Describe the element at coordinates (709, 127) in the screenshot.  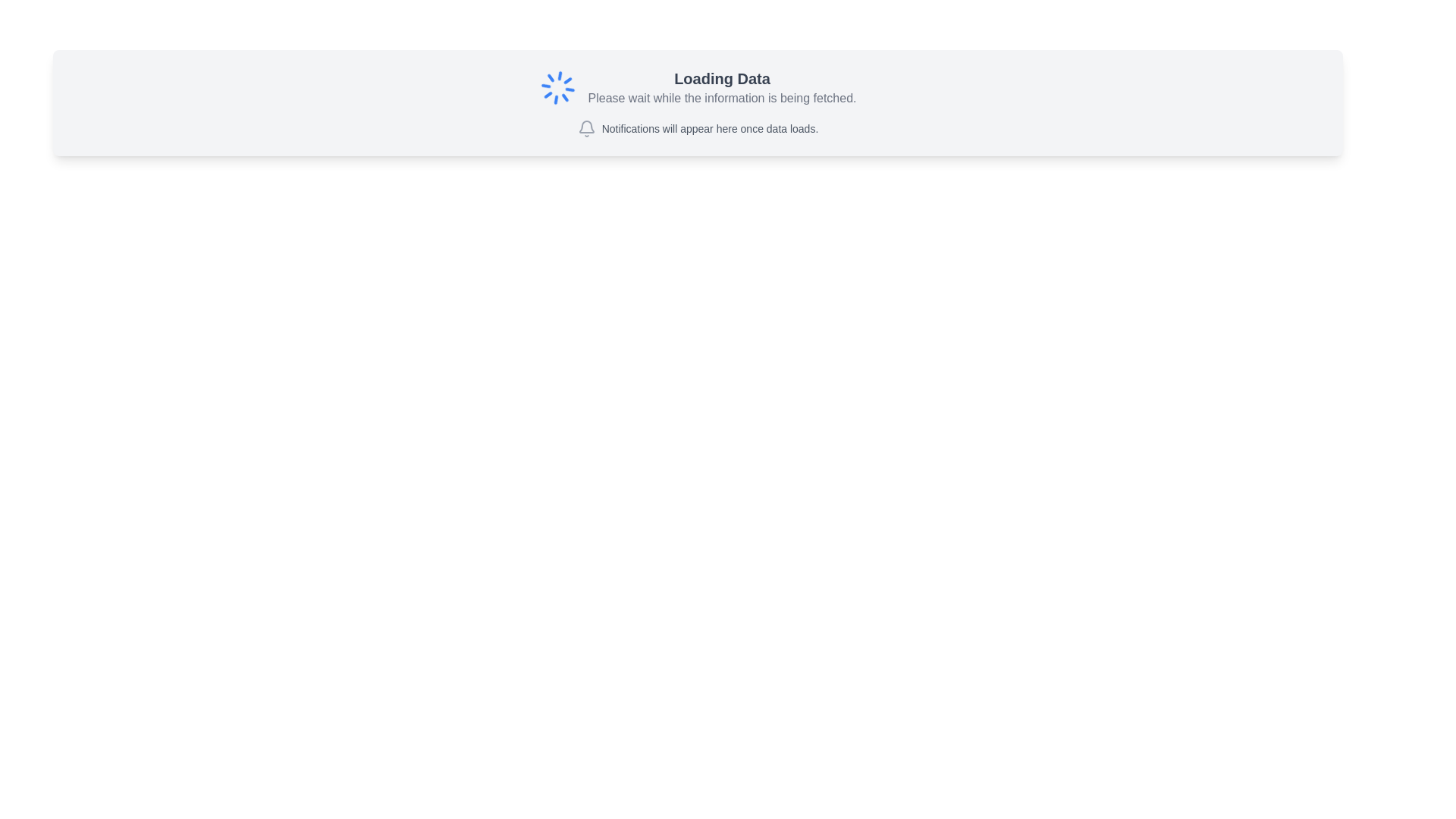
I see `the informational text that states 'Notifications will appear here once data loads.' which is subtly styled in gray and positioned to the right of a bell-shaped notification icon` at that location.